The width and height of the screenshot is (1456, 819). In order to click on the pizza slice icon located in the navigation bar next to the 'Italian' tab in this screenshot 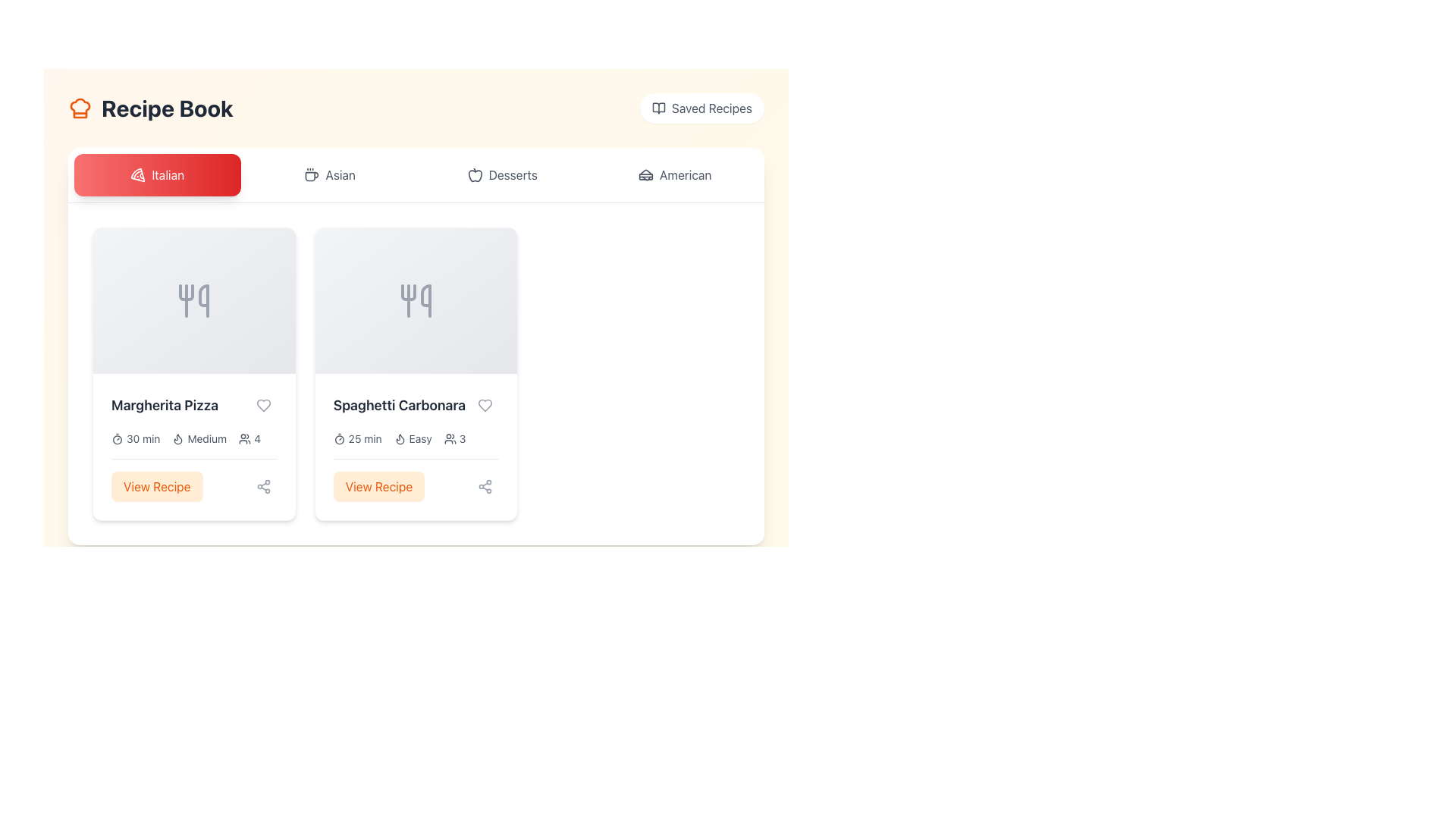, I will do `click(138, 174)`.